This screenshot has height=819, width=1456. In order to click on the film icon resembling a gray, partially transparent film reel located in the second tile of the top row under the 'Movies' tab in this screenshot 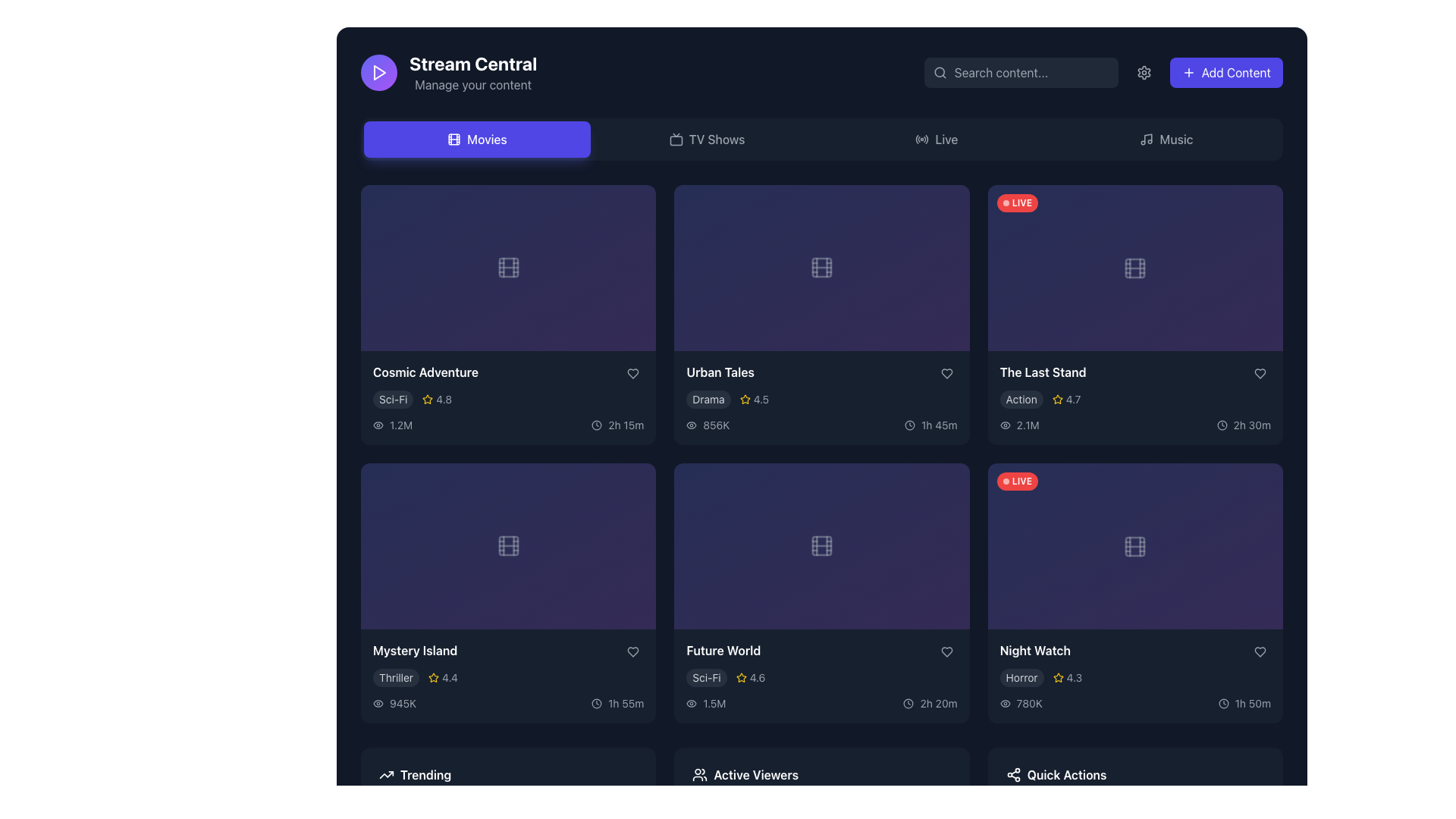, I will do `click(821, 267)`.